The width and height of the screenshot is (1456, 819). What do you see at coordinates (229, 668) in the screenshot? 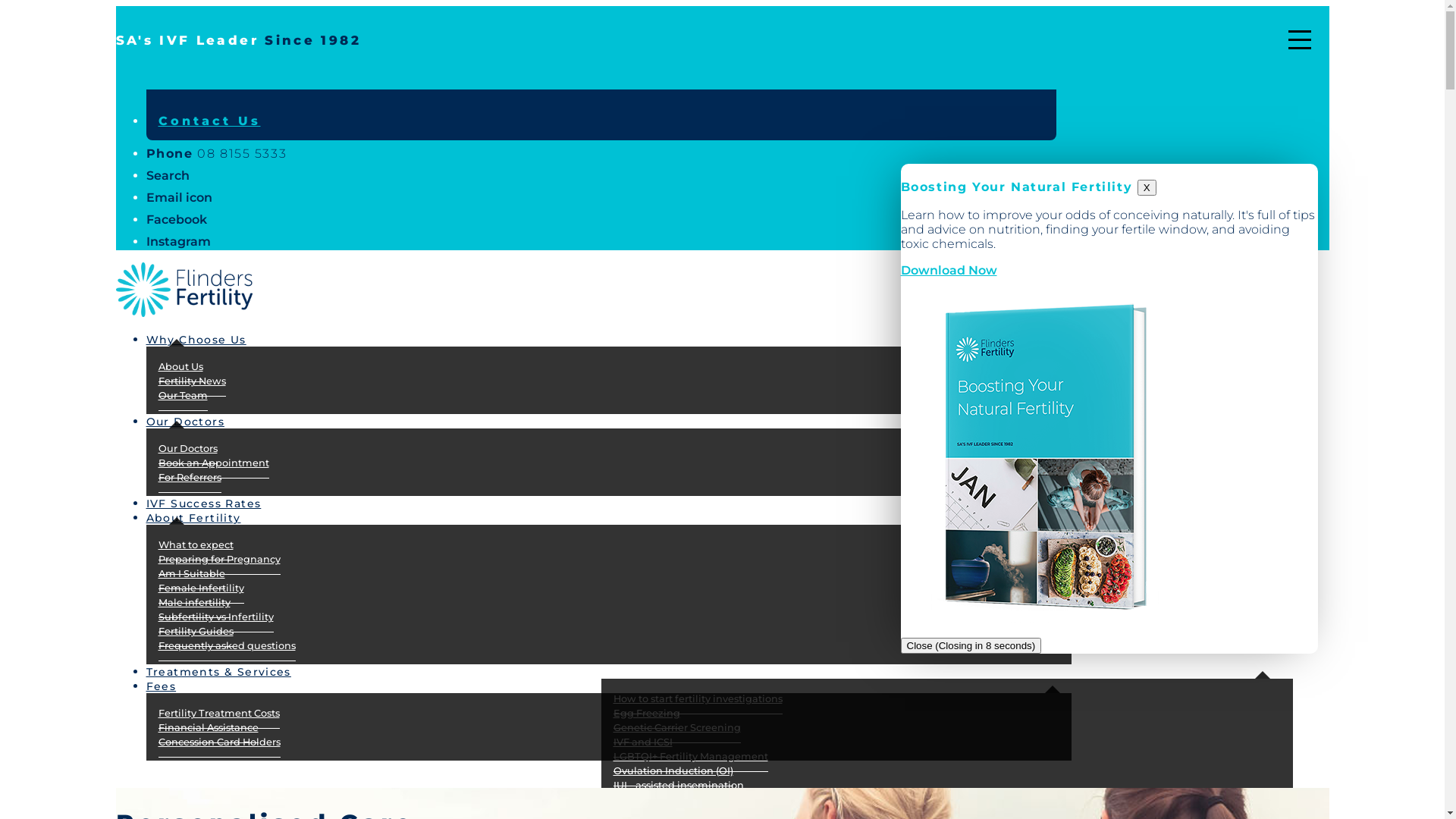
I see `'Treatments & Services'` at bounding box center [229, 668].